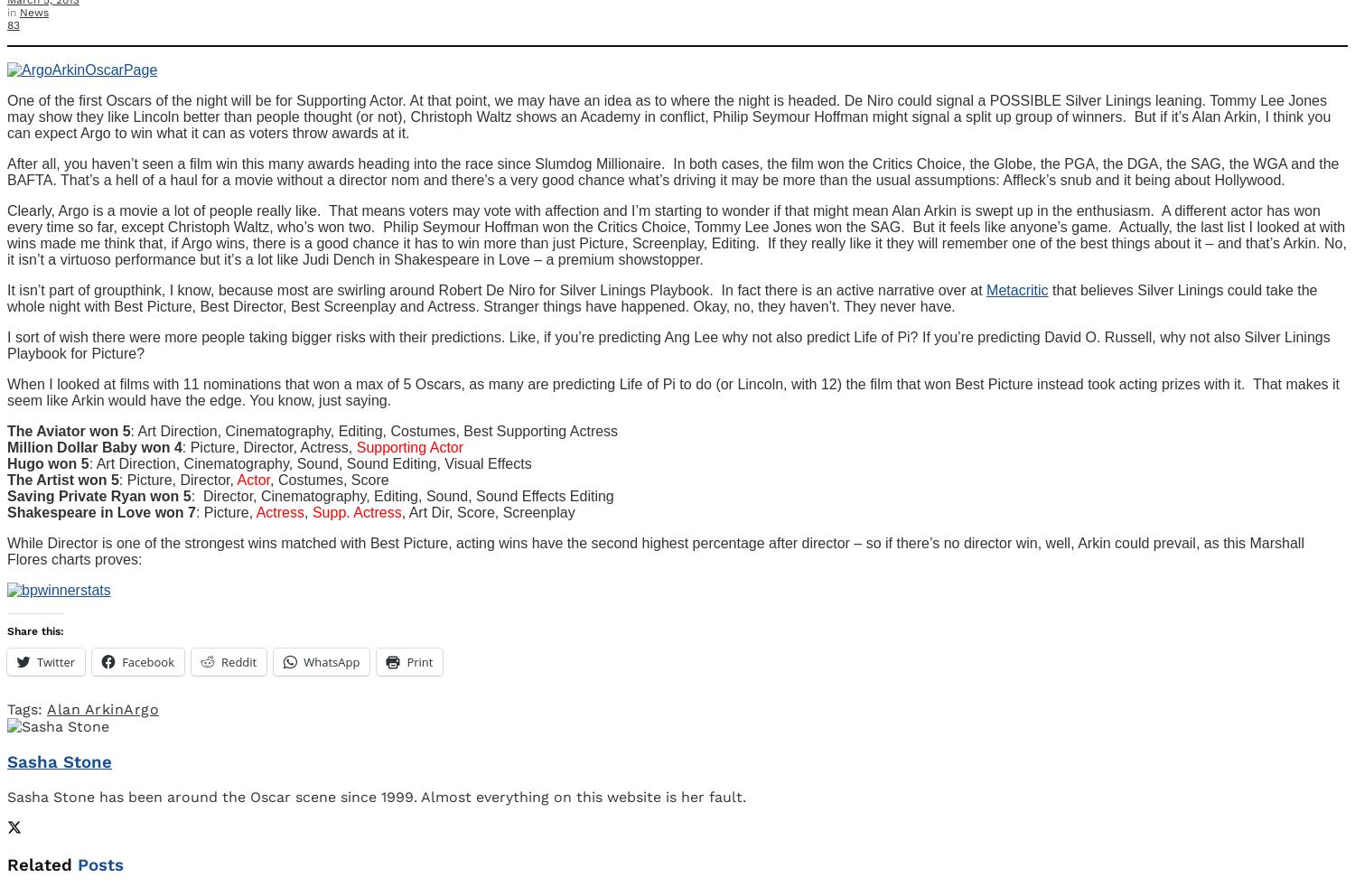 This screenshot has width=1355, height=896. What do you see at coordinates (98, 495) in the screenshot?
I see `'Saving Private Ryan won 5'` at bounding box center [98, 495].